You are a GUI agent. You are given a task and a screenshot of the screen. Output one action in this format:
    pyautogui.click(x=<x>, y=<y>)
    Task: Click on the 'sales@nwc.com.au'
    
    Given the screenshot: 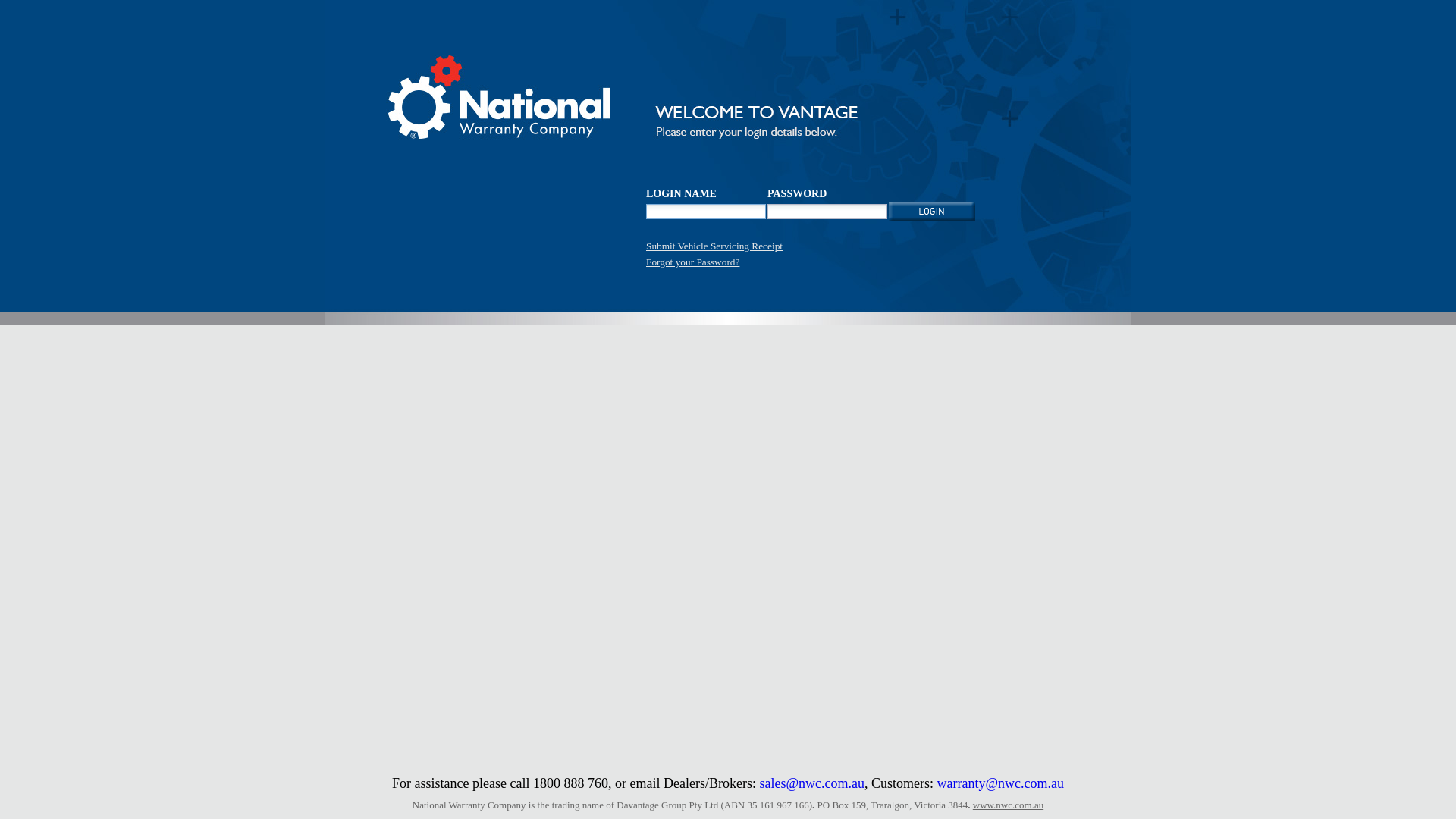 What is the action you would take?
    pyautogui.click(x=811, y=783)
    